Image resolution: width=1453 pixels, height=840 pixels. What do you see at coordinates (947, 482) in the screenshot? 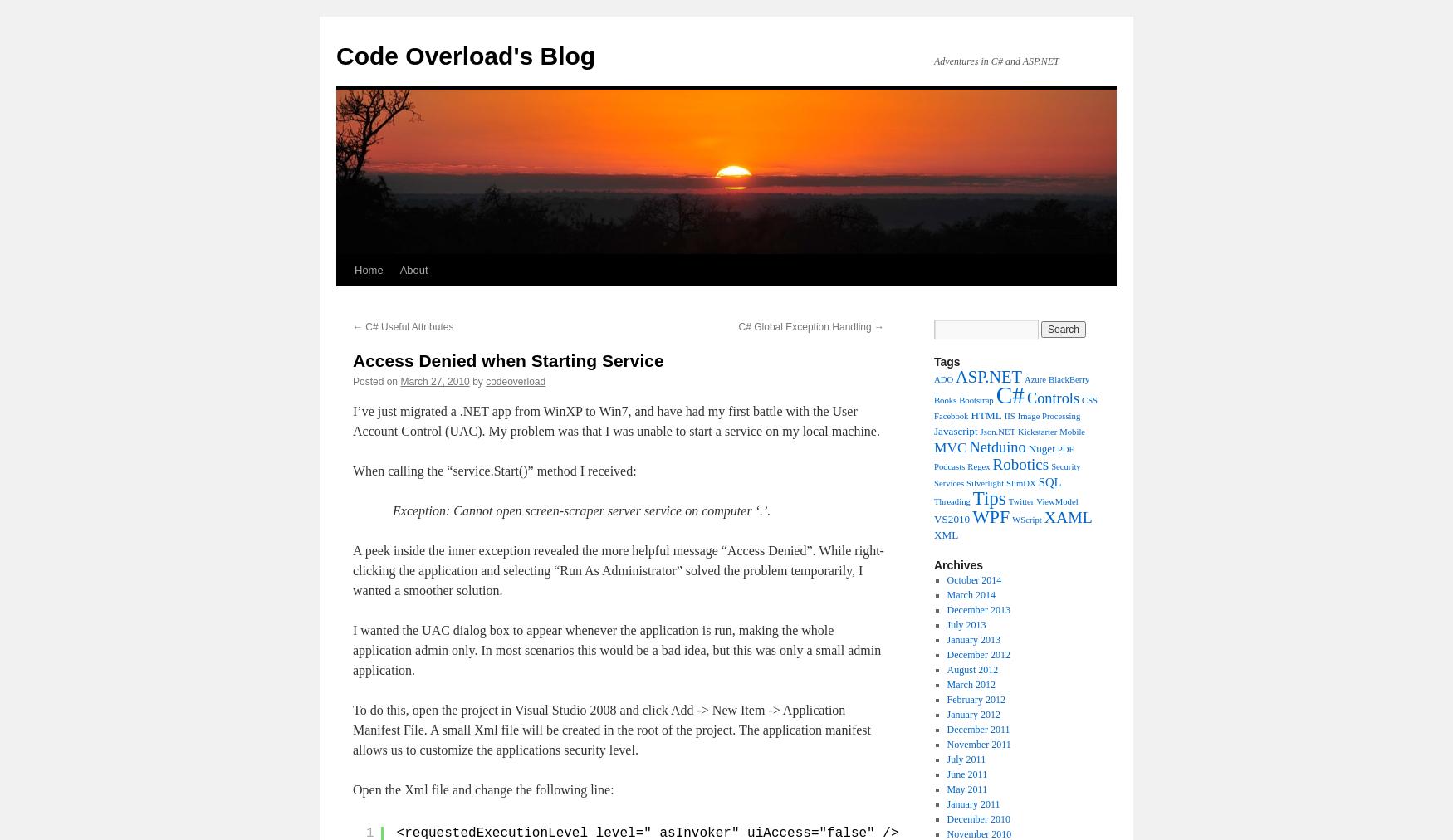
I see `'Services'` at bounding box center [947, 482].